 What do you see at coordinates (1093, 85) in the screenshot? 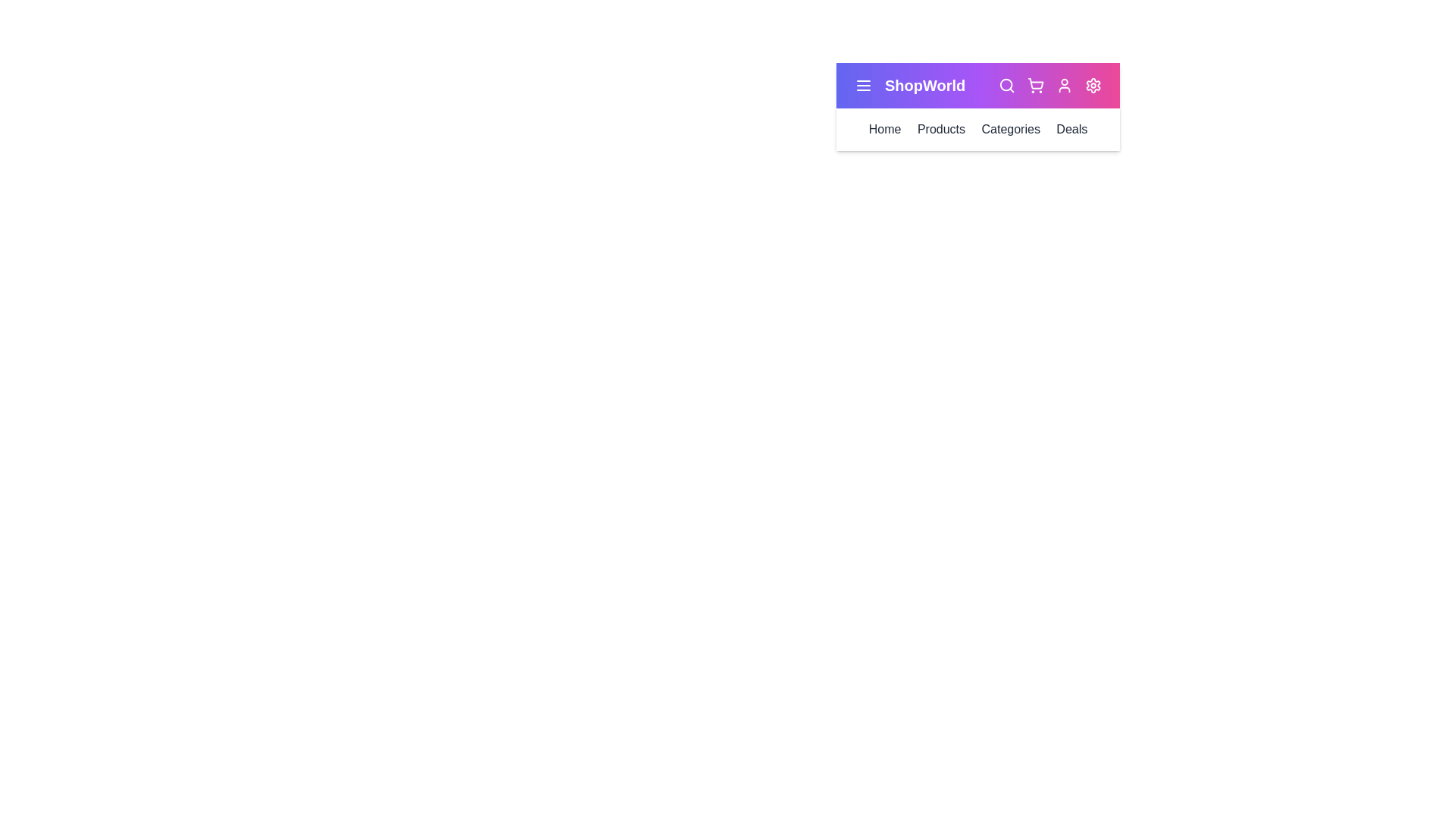
I see `the settings icon to access settings` at bounding box center [1093, 85].